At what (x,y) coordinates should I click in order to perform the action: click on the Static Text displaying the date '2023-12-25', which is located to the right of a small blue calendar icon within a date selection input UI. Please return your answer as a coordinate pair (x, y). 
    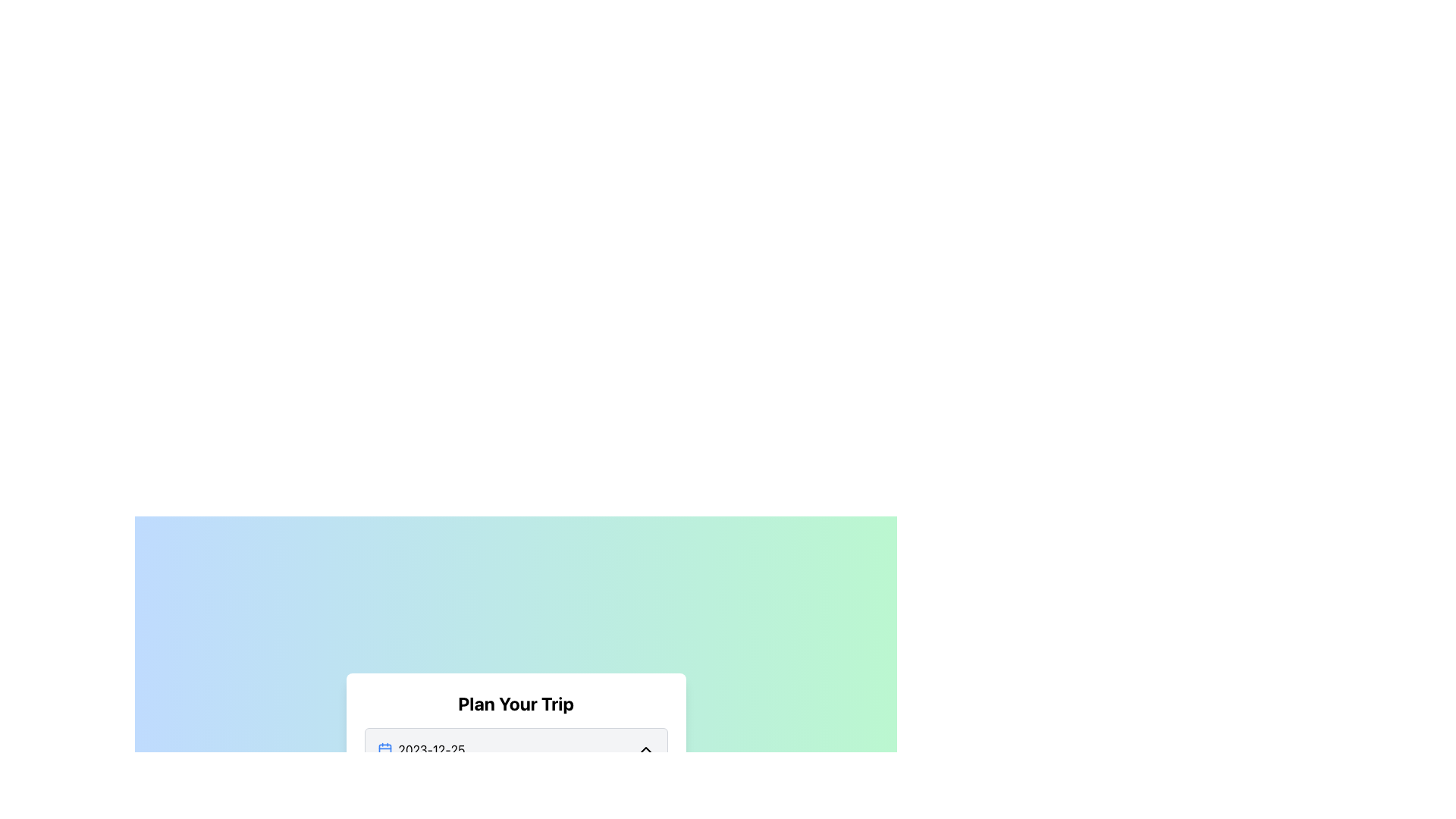
    Looking at the image, I should click on (431, 748).